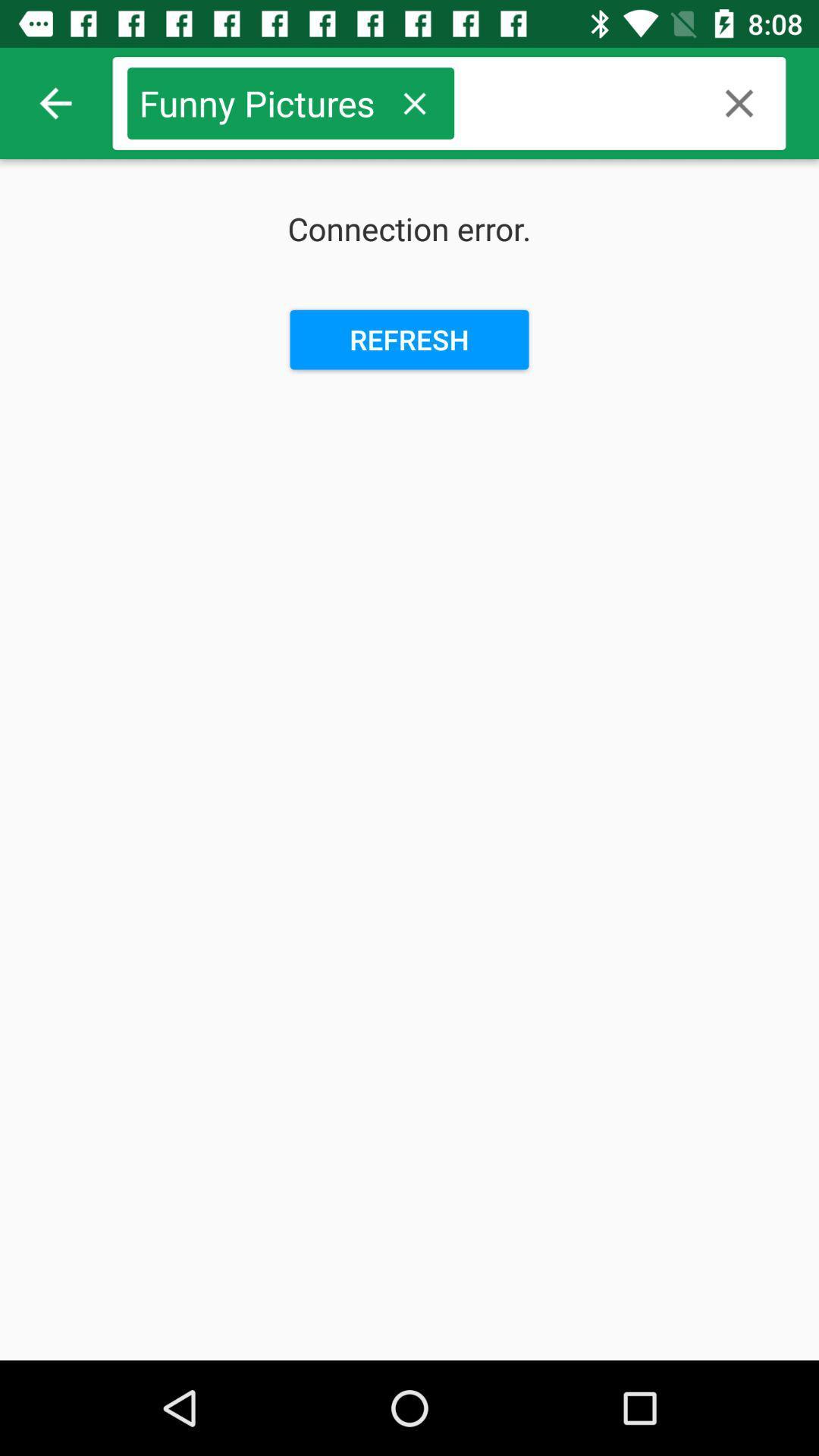  Describe the element at coordinates (414, 102) in the screenshot. I see `this option` at that location.